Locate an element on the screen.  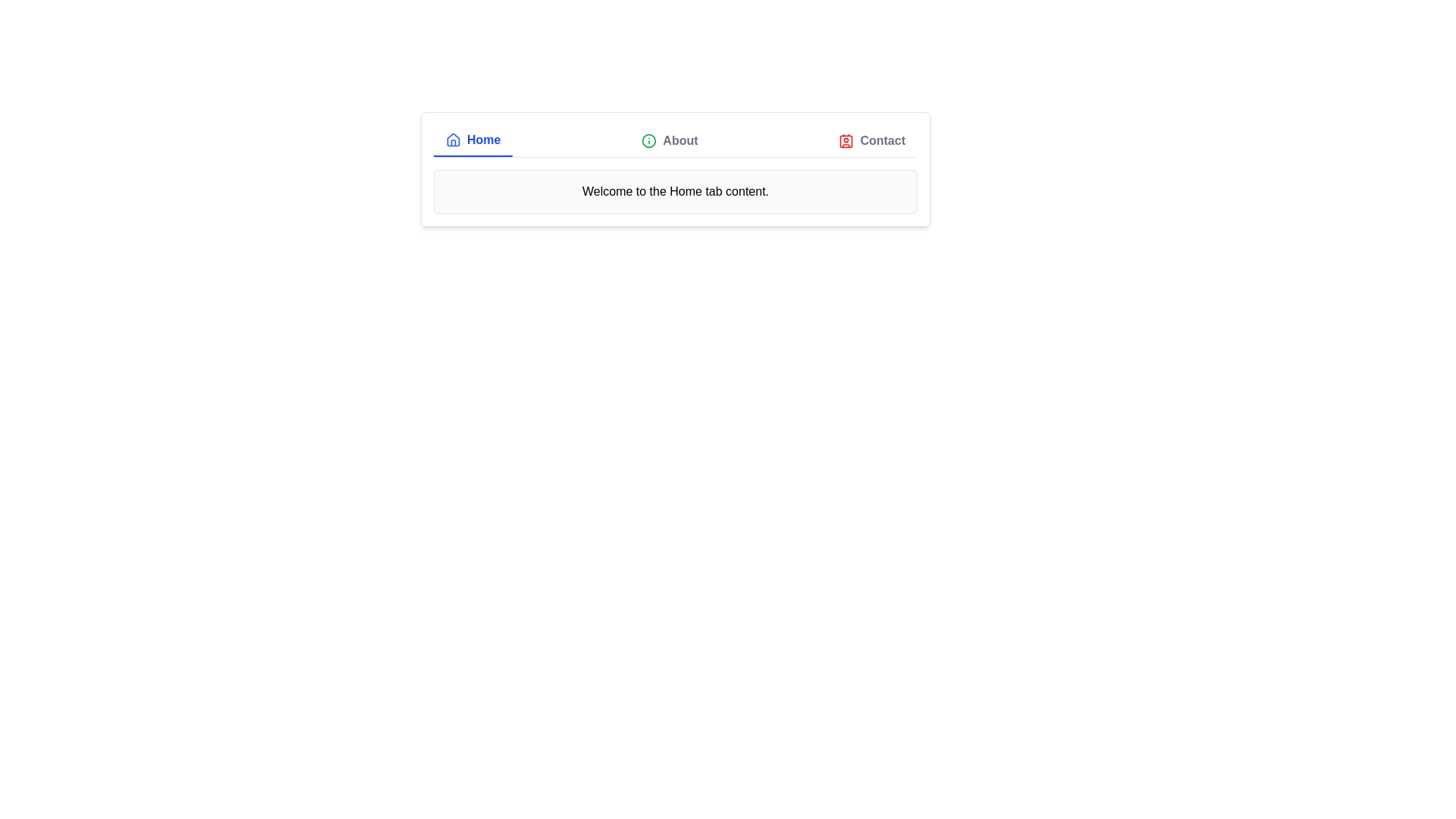
text content displayed within the gray box with rounded corners that contains the message 'Welcome to the Home tab content.' is located at coordinates (675, 191).